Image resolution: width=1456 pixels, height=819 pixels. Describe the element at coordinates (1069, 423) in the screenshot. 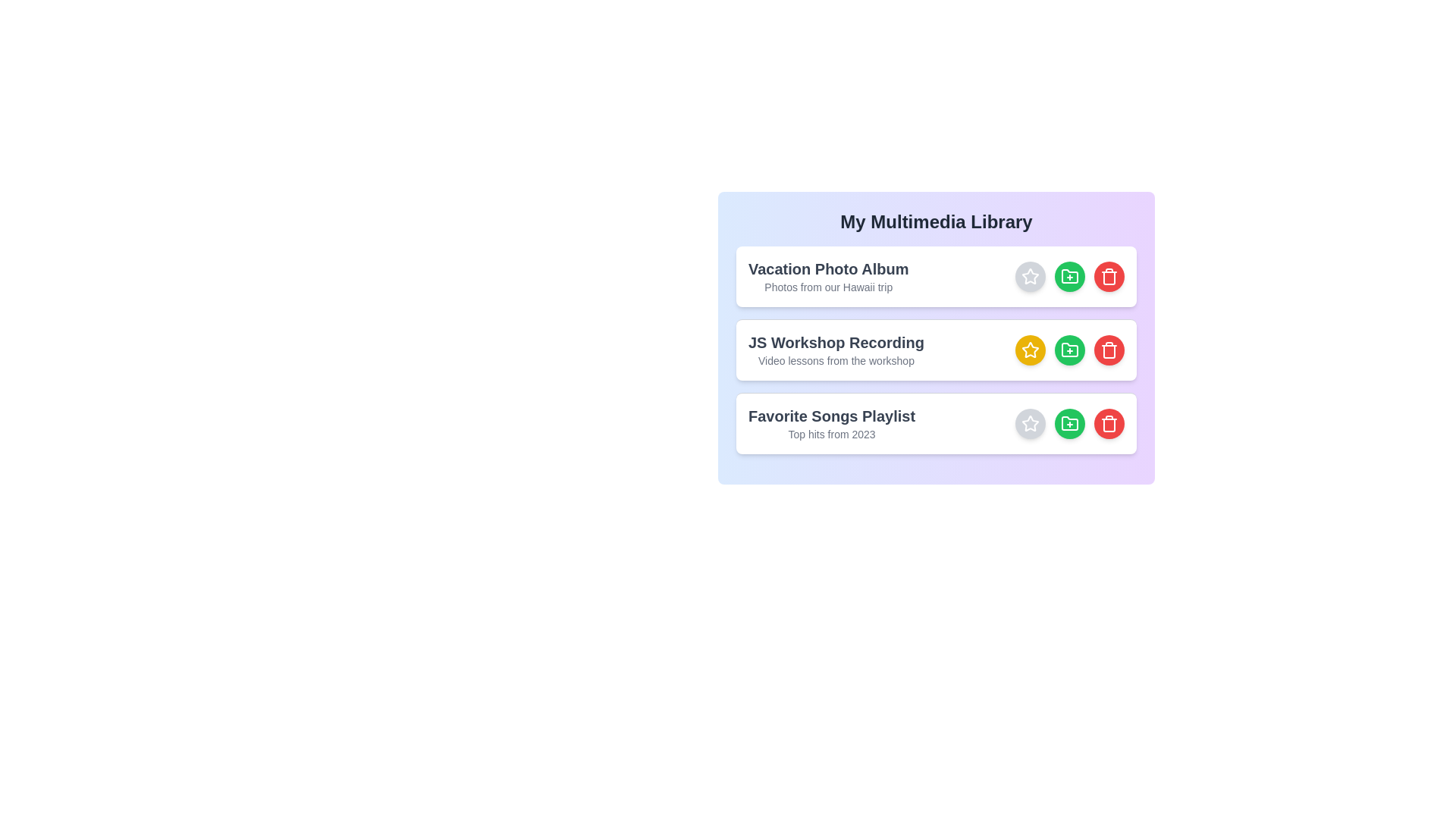

I see `the Action icon located to the right of the 'Favorite Songs Playlist' row` at that location.